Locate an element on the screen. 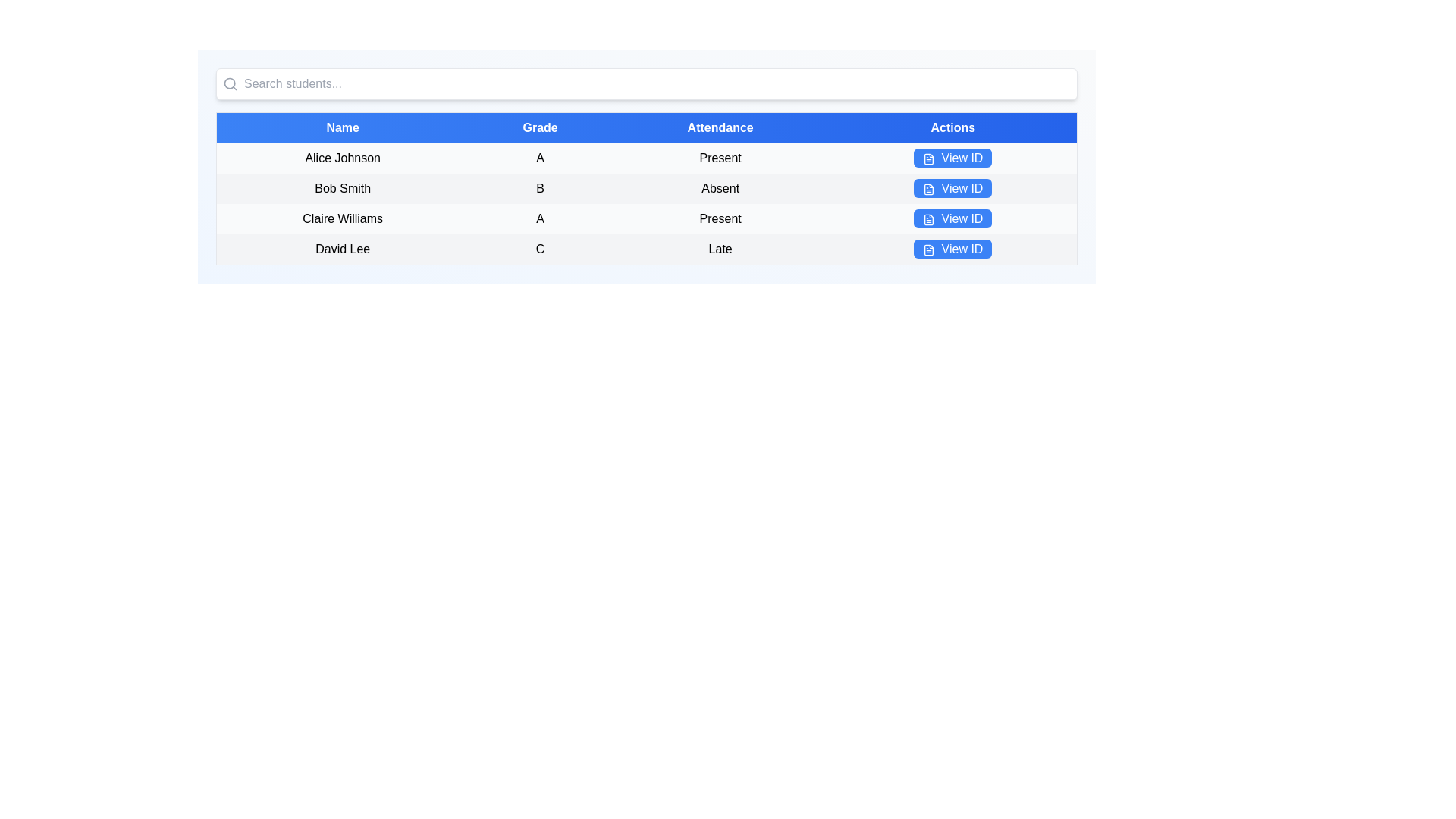 The width and height of the screenshot is (1456, 819). the uppercase letter 'C' located in the last row of the 'Grade' column for 'David Lee' in the table is located at coordinates (540, 249).